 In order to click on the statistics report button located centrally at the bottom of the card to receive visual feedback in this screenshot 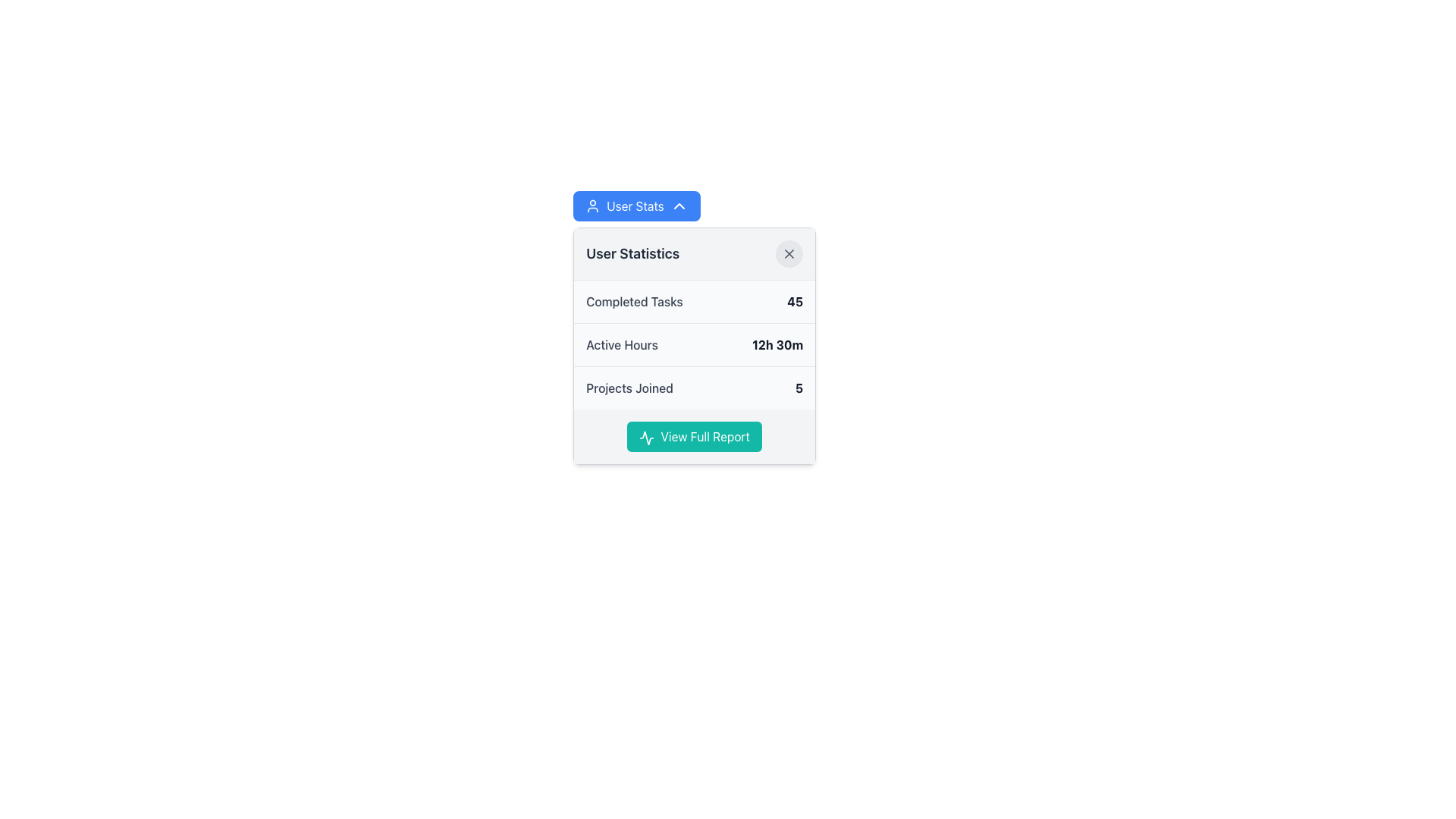, I will do `click(694, 436)`.